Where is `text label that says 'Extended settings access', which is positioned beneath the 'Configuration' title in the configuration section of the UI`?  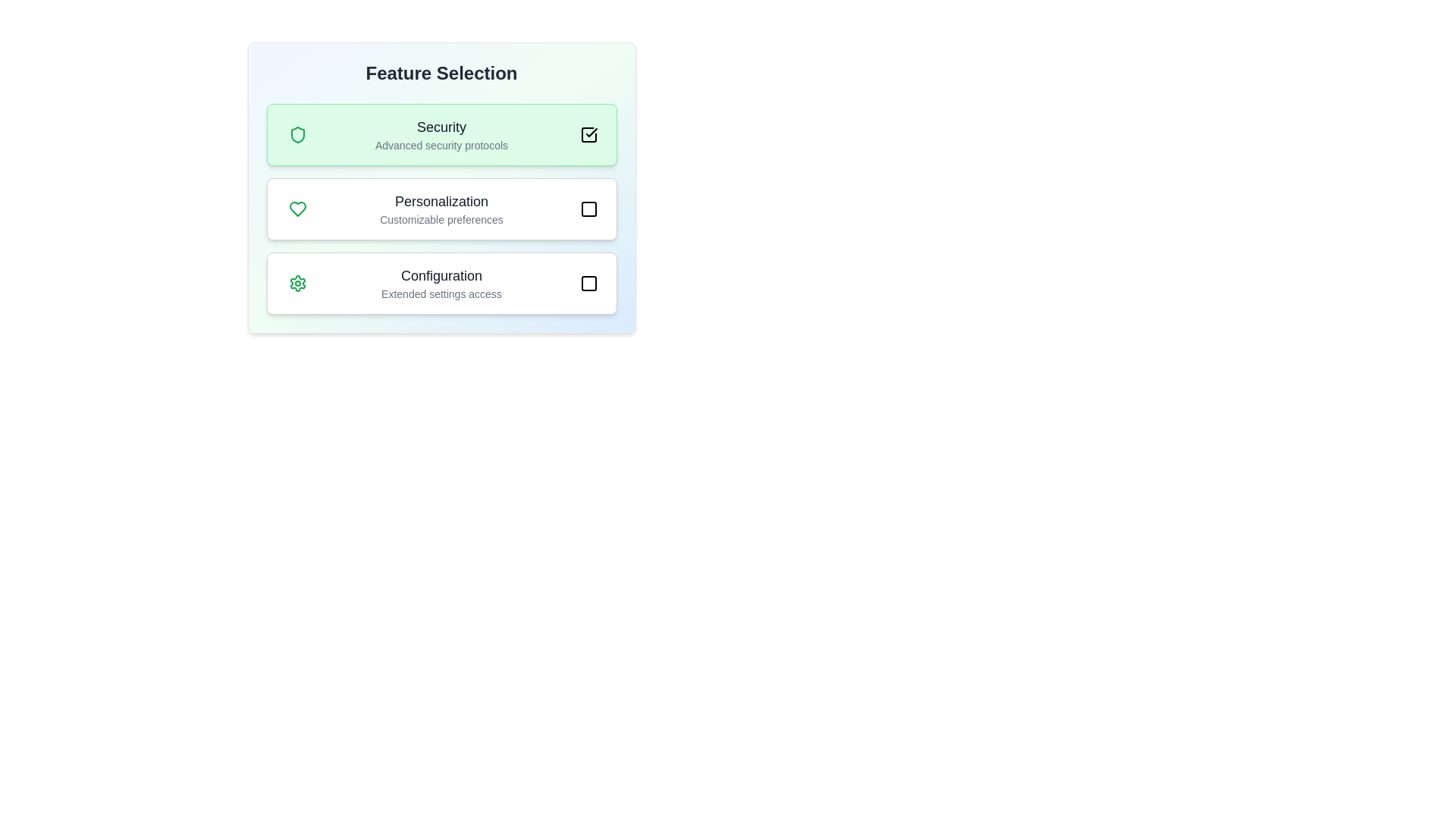
text label that says 'Extended settings access', which is positioned beneath the 'Configuration' title in the configuration section of the UI is located at coordinates (441, 294).